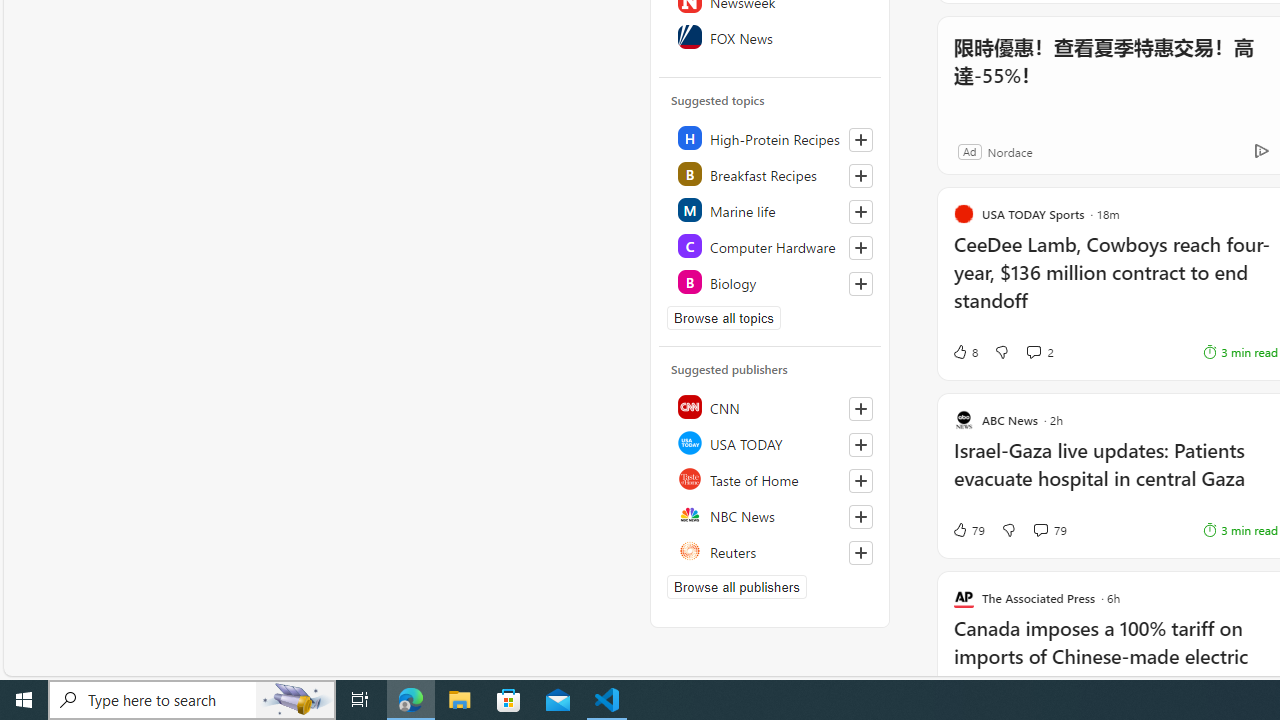 The image size is (1280, 720). Describe the element at coordinates (770, 479) in the screenshot. I see `'Taste of Home'` at that location.